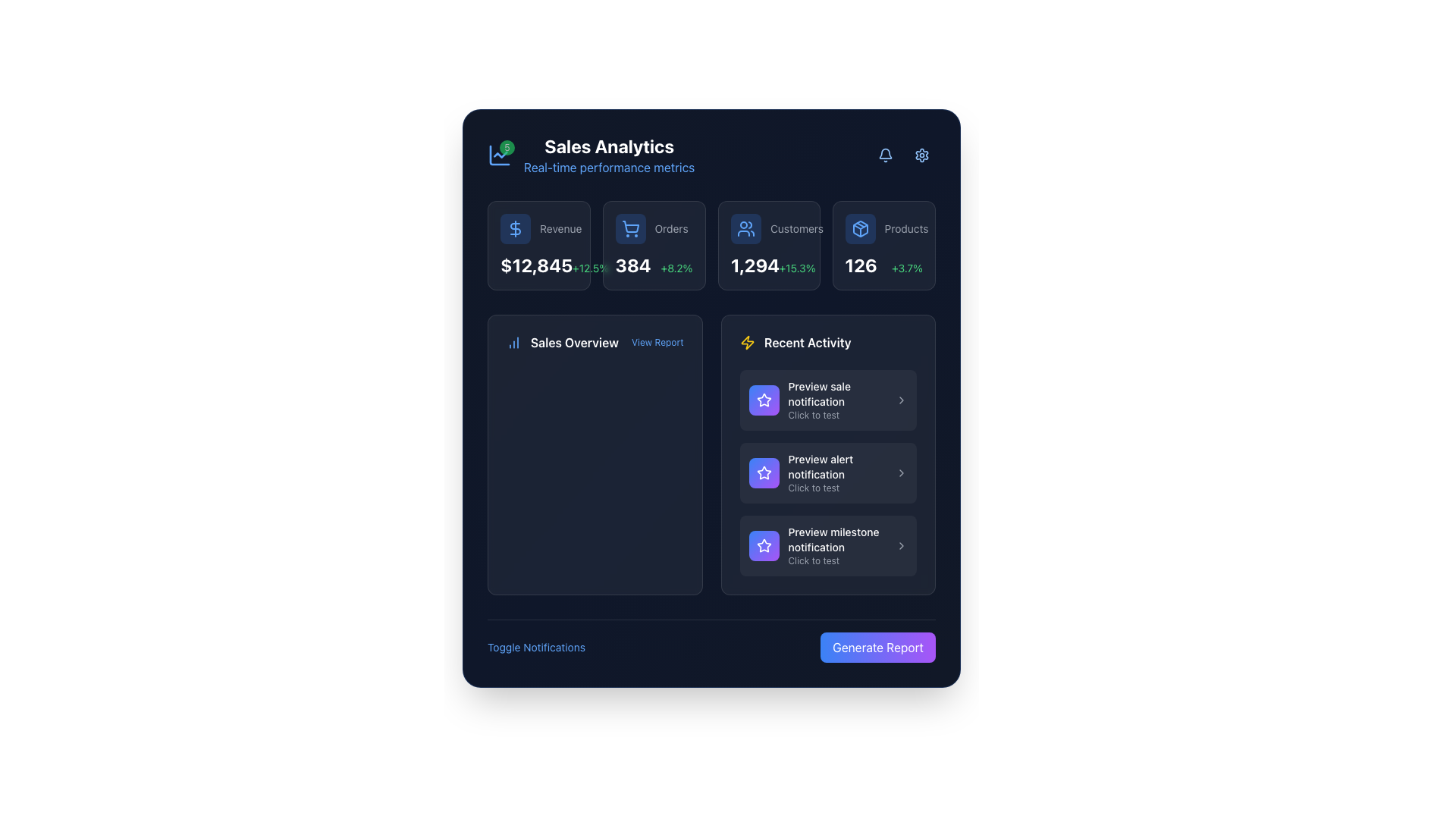 The width and height of the screenshot is (1456, 819). What do you see at coordinates (902, 400) in the screenshot?
I see `the small right-facing chevron icon located on the far-right side of the 'Preview sale notification' entry in the 'Recent Activity' section` at bounding box center [902, 400].